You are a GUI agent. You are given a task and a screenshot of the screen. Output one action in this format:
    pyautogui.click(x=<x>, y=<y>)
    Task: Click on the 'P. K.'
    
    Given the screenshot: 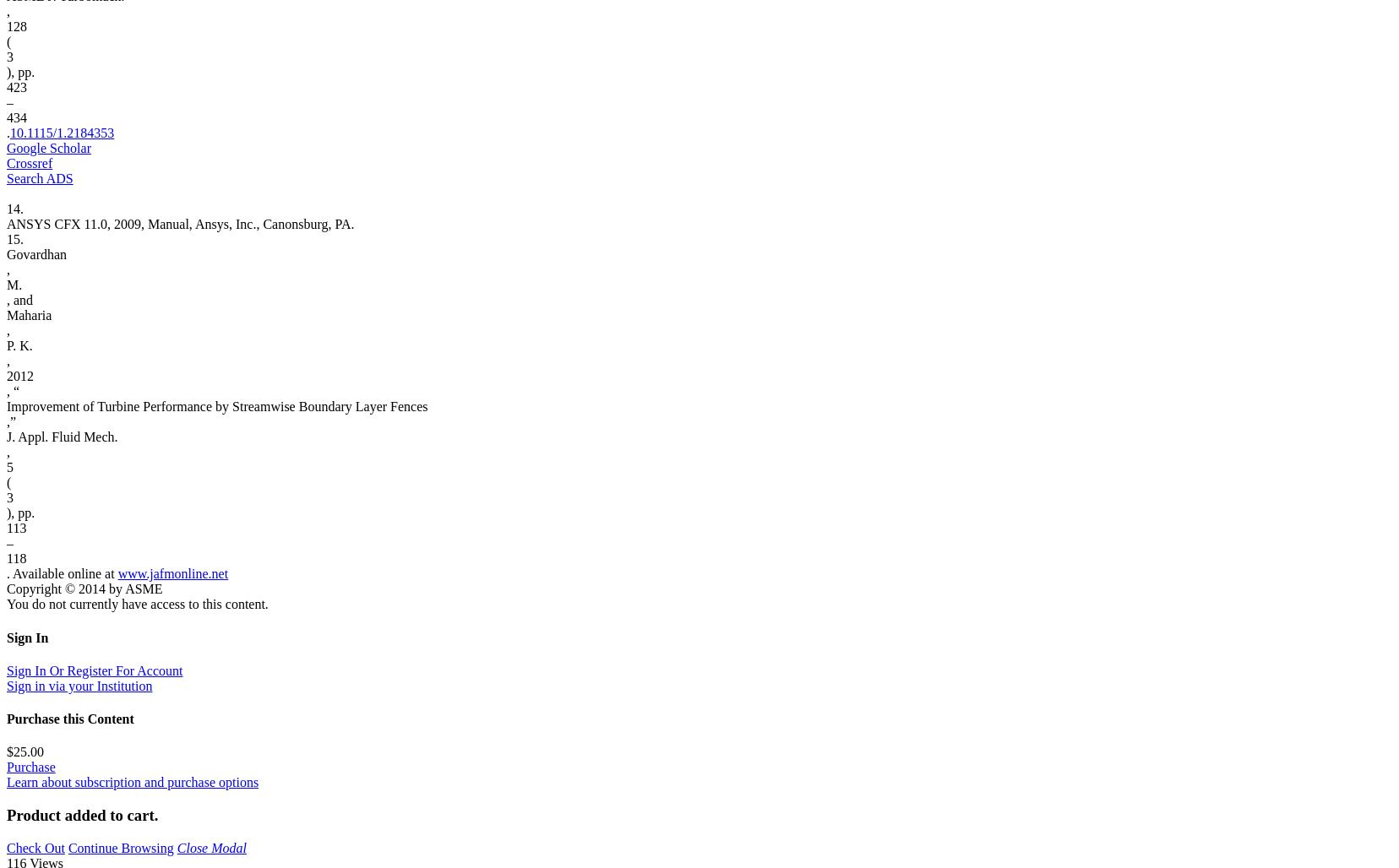 What is the action you would take?
    pyautogui.click(x=19, y=345)
    